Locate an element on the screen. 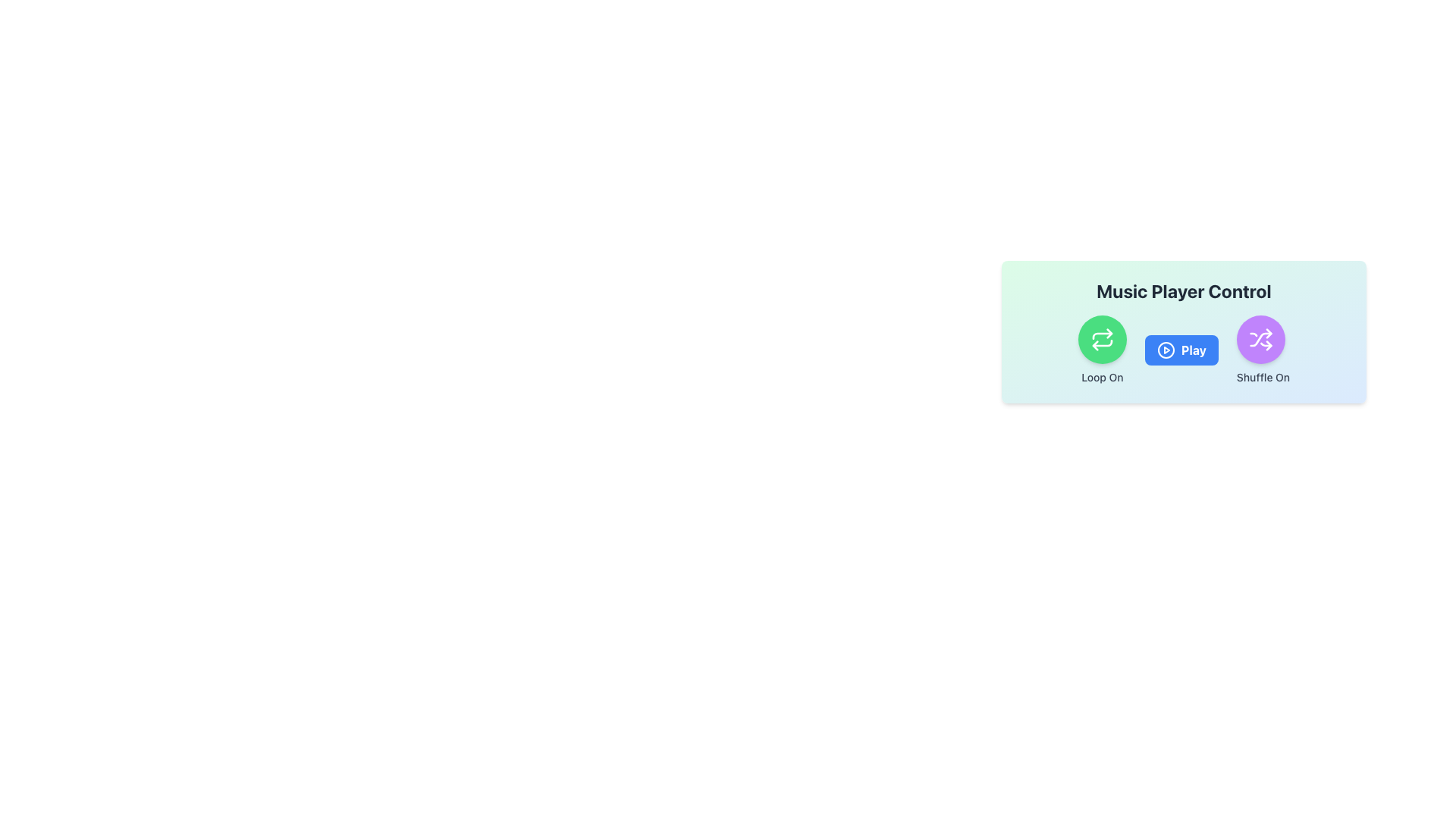  the second graphical component of the 'Loop On' button icon in the top-left segment of the Music Player Control panel is located at coordinates (1102, 335).